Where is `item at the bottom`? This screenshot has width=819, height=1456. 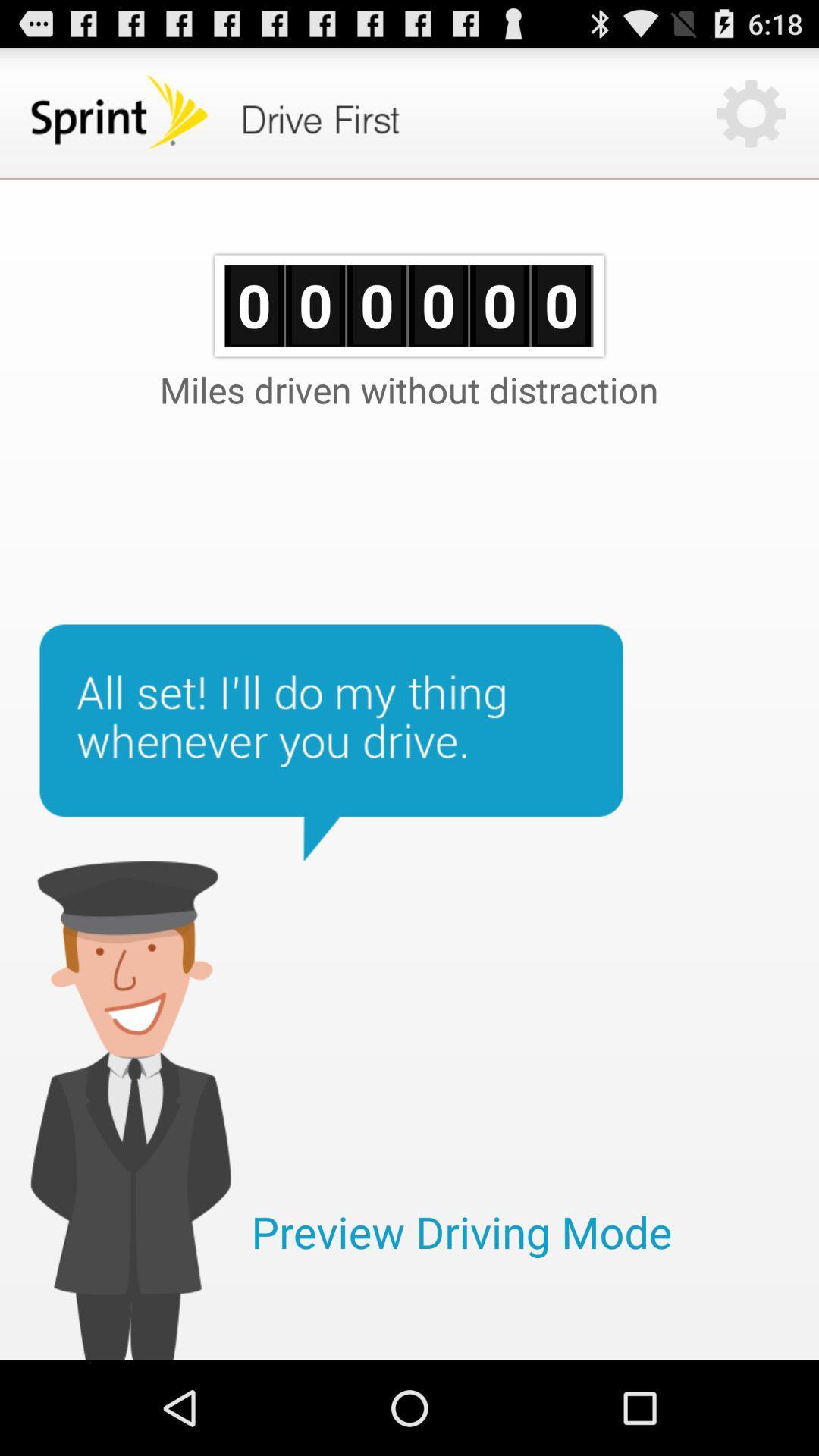
item at the bottom is located at coordinates (461, 1232).